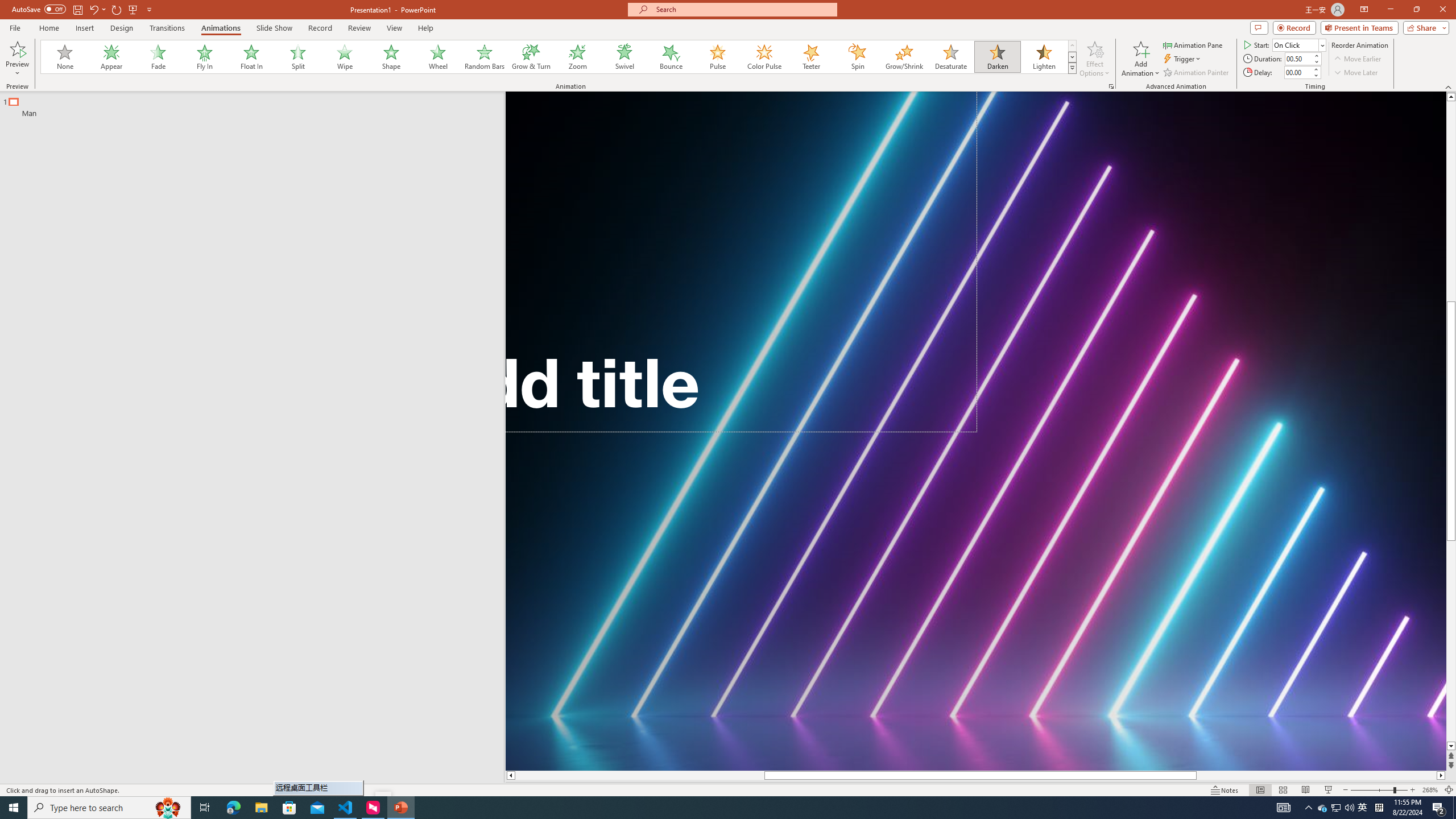 Image resolution: width=1456 pixels, height=819 pixels. I want to click on 'Bounce', so click(671, 56).